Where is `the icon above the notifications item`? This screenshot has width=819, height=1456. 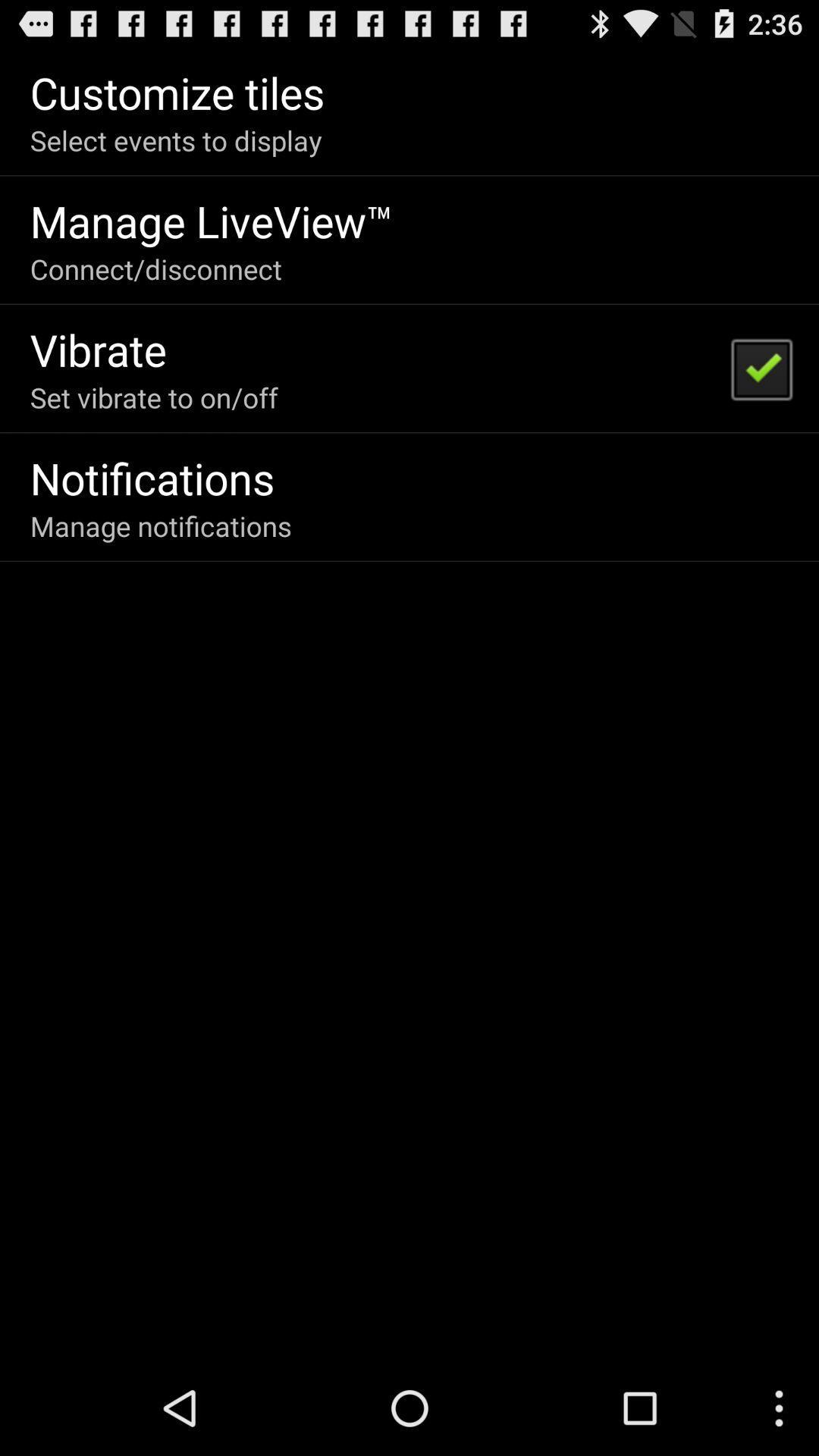 the icon above the notifications item is located at coordinates (154, 397).